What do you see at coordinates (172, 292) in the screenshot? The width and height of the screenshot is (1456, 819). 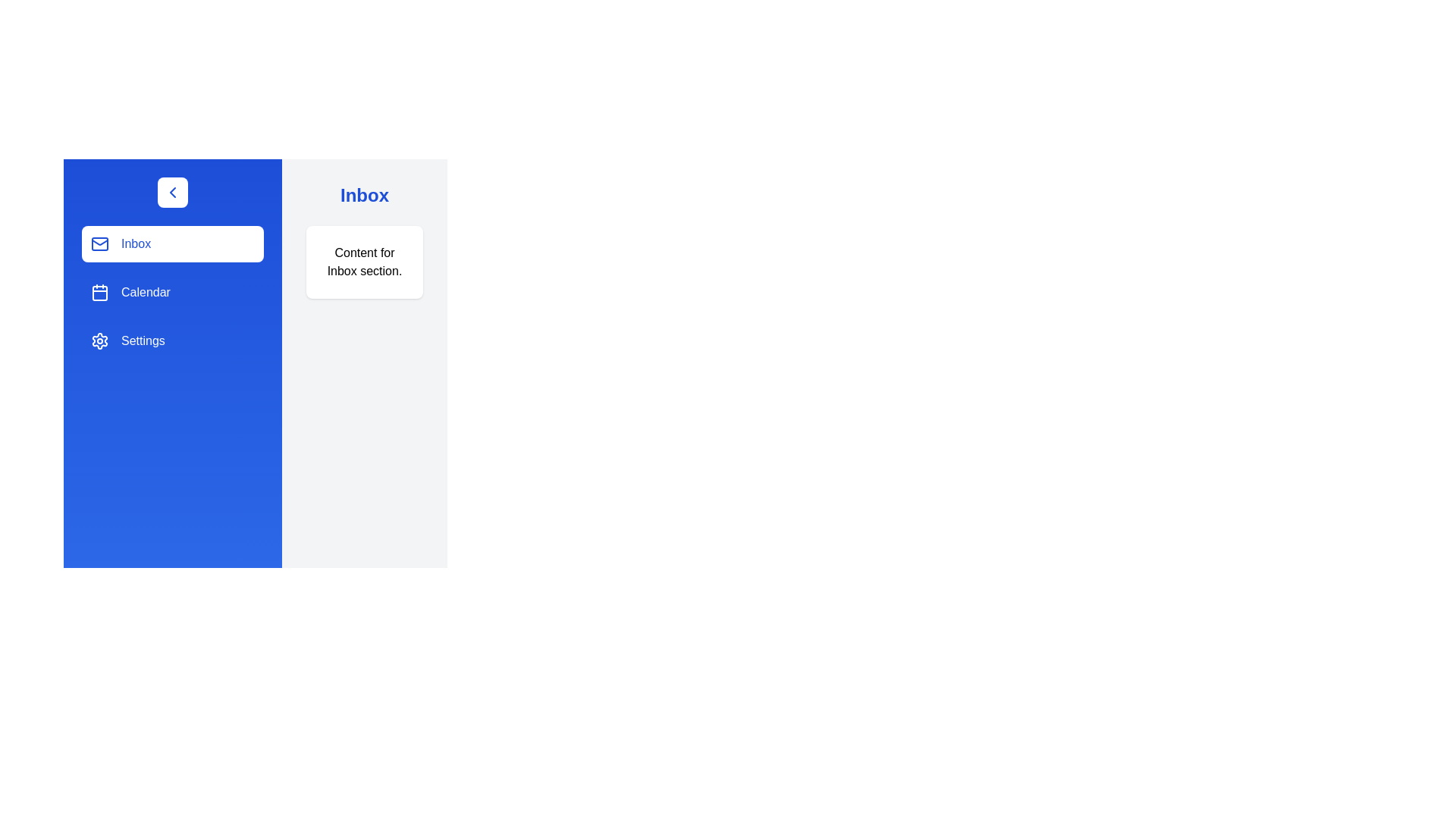 I see `the navigation item Calendar` at bounding box center [172, 292].